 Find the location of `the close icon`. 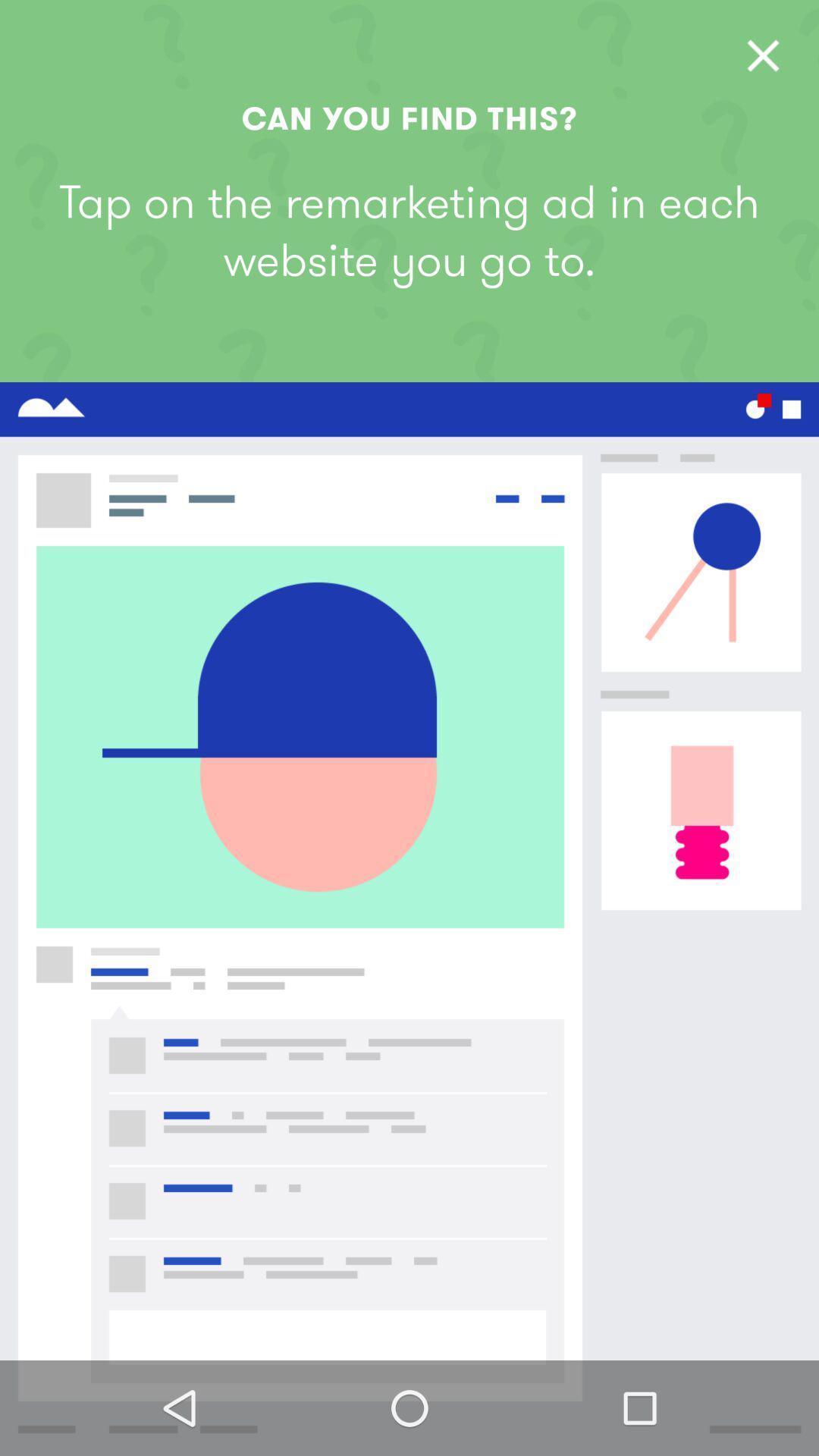

the close icon is located at coordinates (763, 55).